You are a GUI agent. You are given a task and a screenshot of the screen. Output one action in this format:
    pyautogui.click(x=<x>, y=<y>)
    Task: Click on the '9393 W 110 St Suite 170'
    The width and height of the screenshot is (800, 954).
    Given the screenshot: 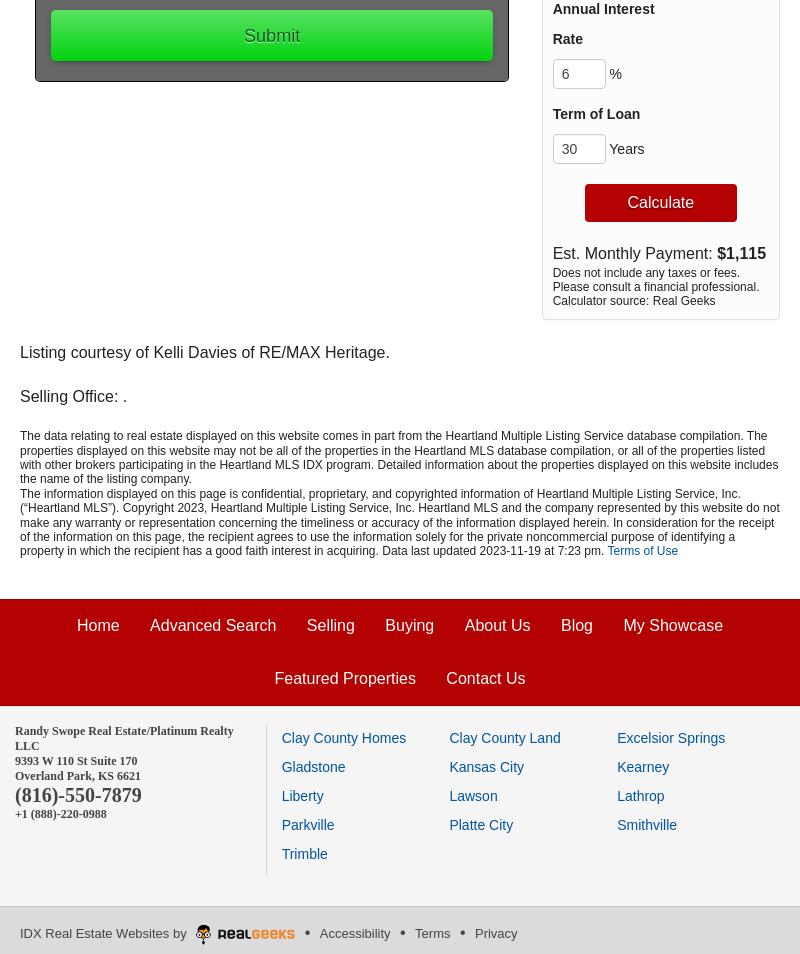 What is the action you would take?
    pyautogui.click(x=77, y=761)
    